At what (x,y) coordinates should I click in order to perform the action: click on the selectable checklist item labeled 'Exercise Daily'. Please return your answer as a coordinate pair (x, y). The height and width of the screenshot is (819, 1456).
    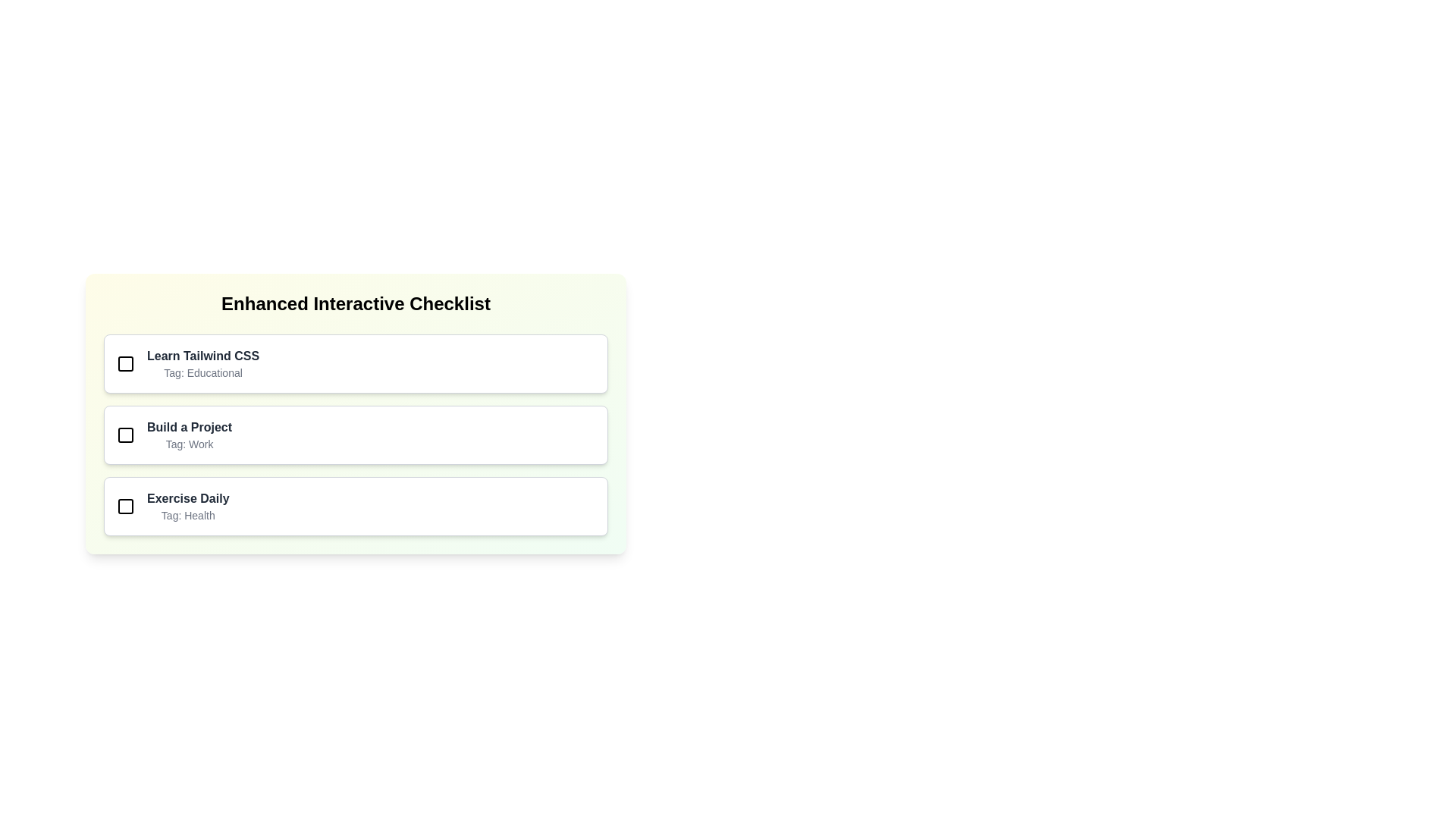
    Looking at the image, I should click on (355, 506).